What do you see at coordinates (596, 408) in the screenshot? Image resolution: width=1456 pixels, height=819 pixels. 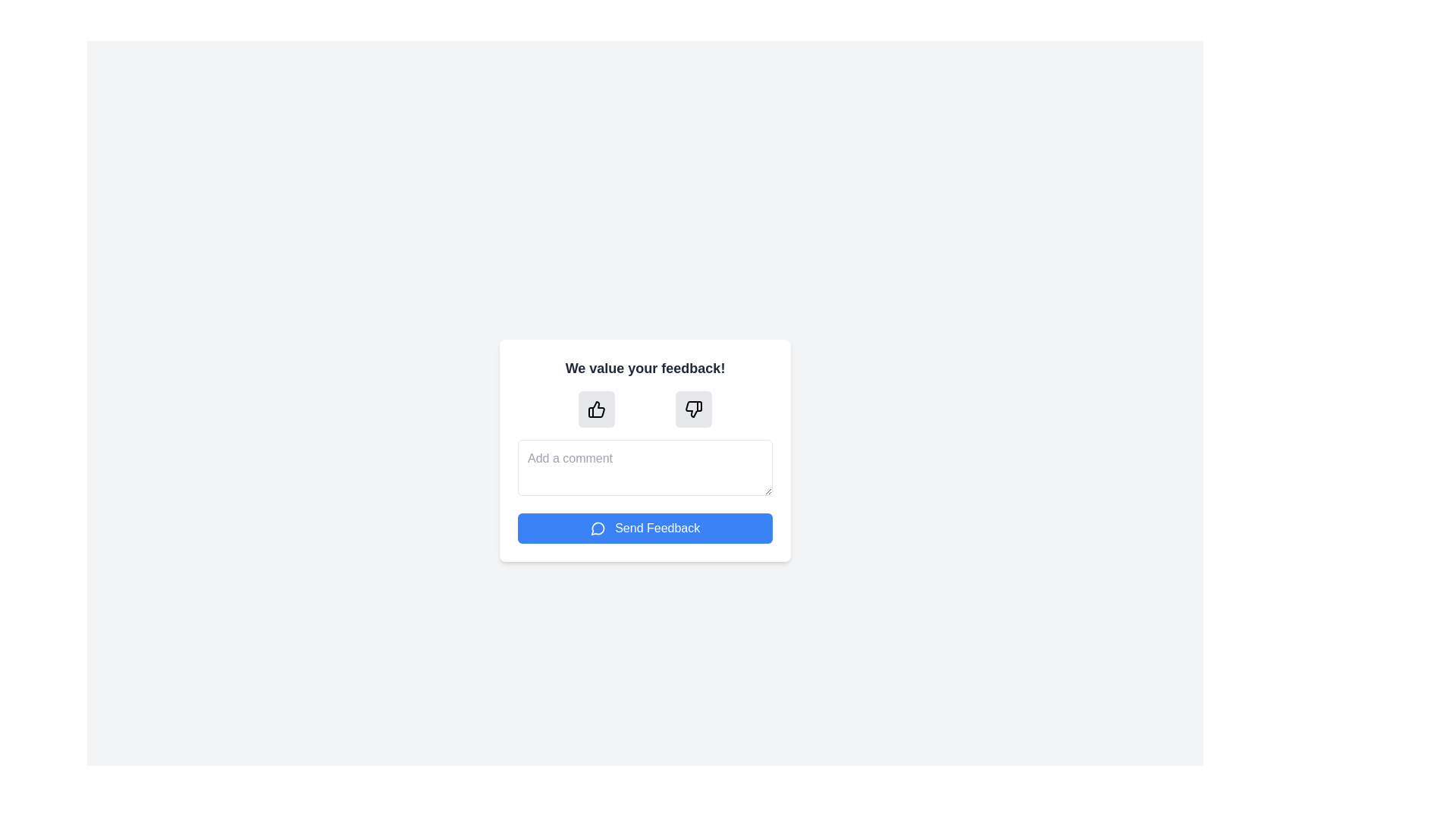 I see `the positive feedback icon located in the central part of the modal dialog` at bounding box center [596, 408].